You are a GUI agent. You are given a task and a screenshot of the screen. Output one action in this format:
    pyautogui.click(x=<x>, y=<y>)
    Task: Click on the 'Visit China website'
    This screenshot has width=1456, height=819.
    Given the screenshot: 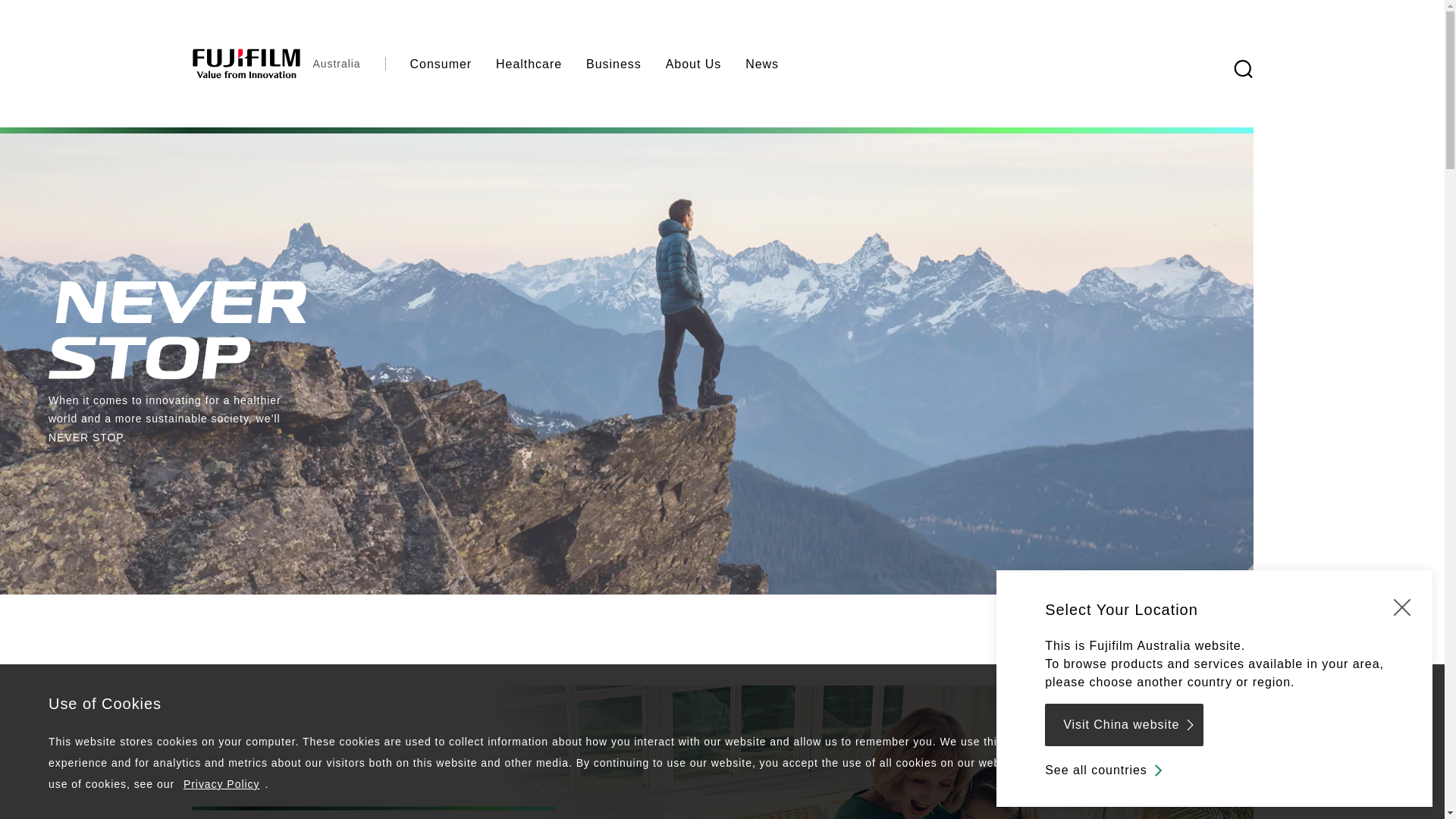 What is the action you would take?
    pyautogui.click(x=1124, y=724)
    